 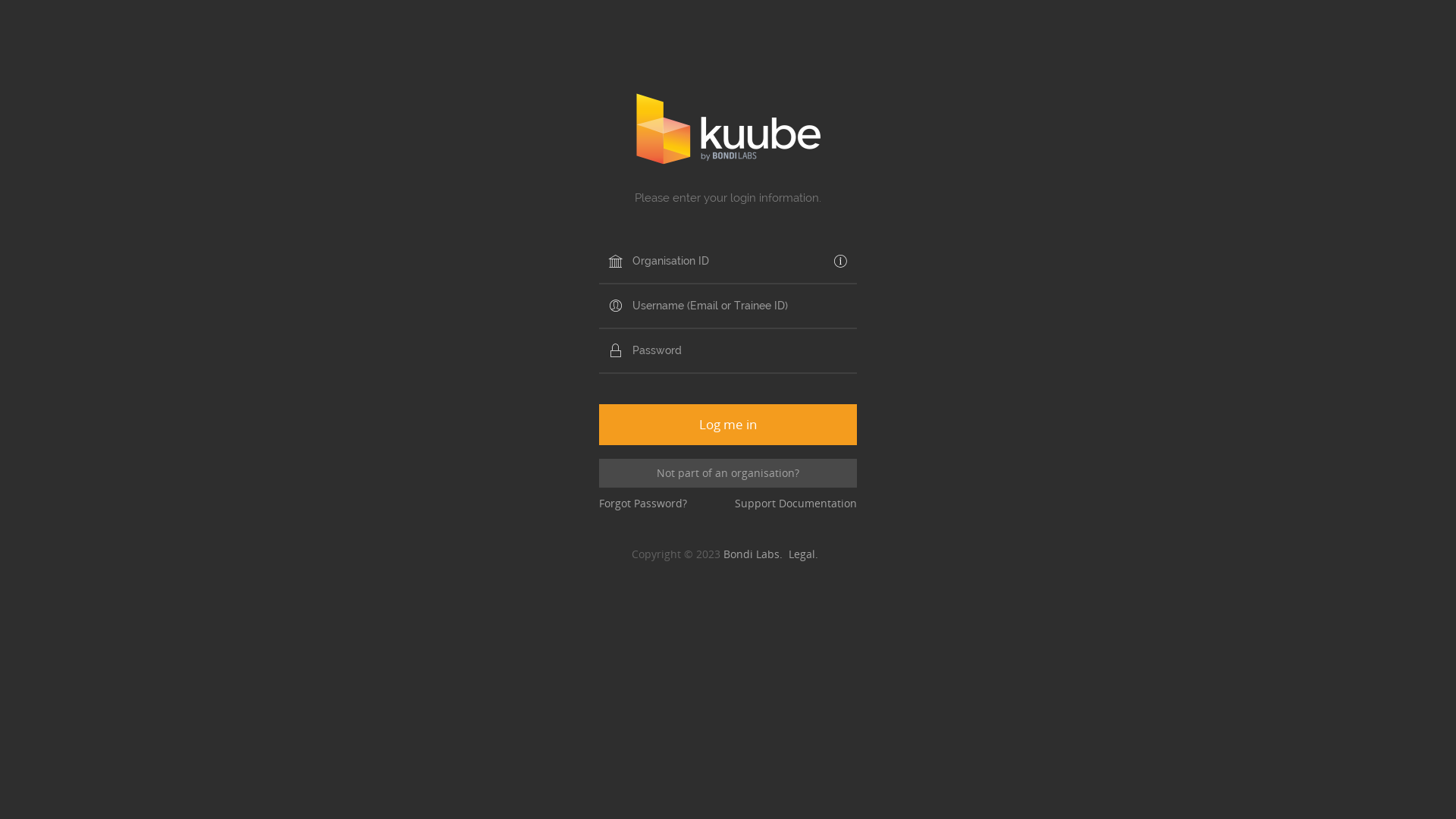 What do you see at coordinates (728, 424) in the screenshot?
I see `'Log me in'` at bounding box center [728, 424].